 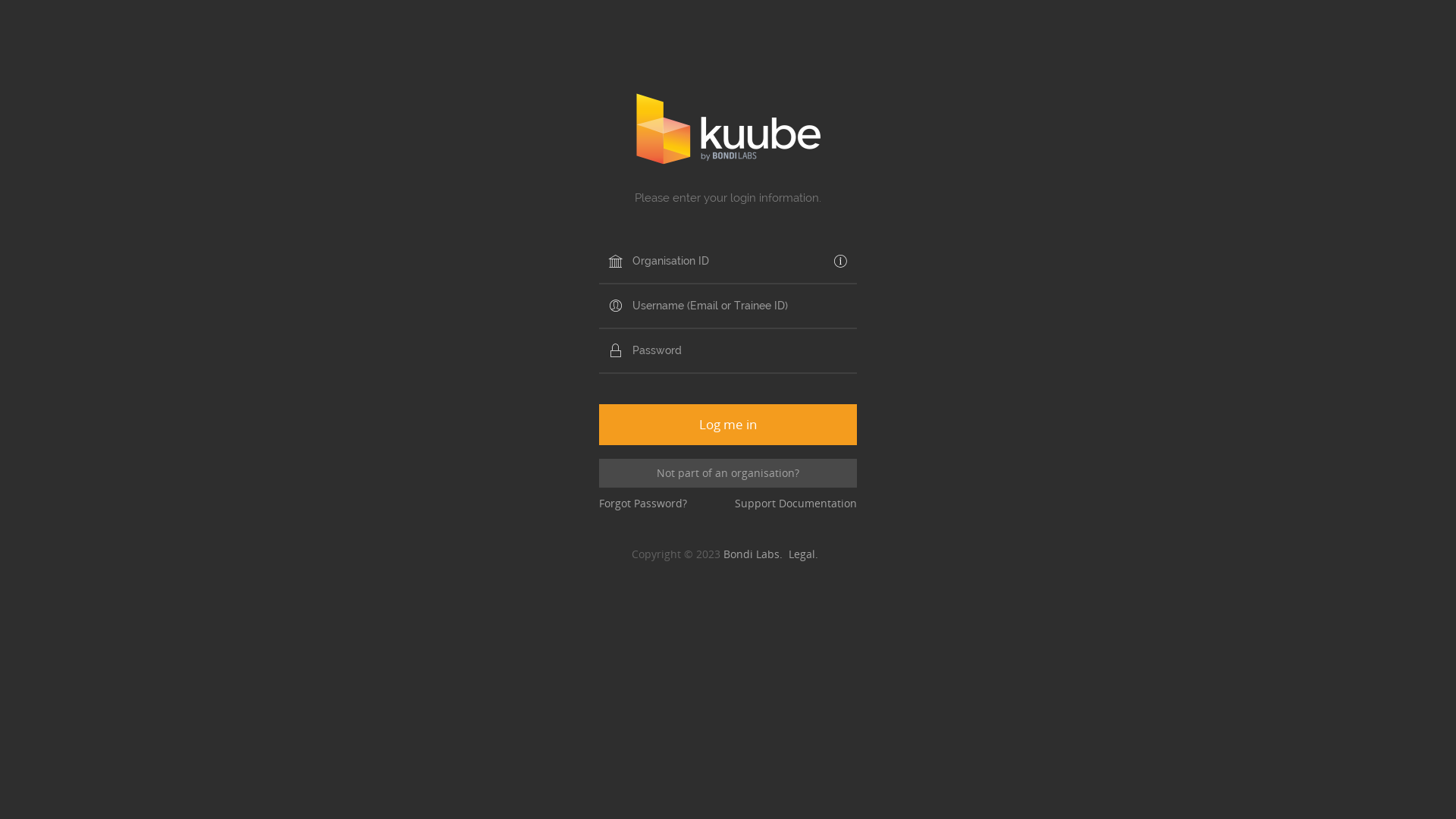 What do you see at coordinates (728, 424) in the screenshot?
I see `'Log me in'` at bounding box center [728, 424].